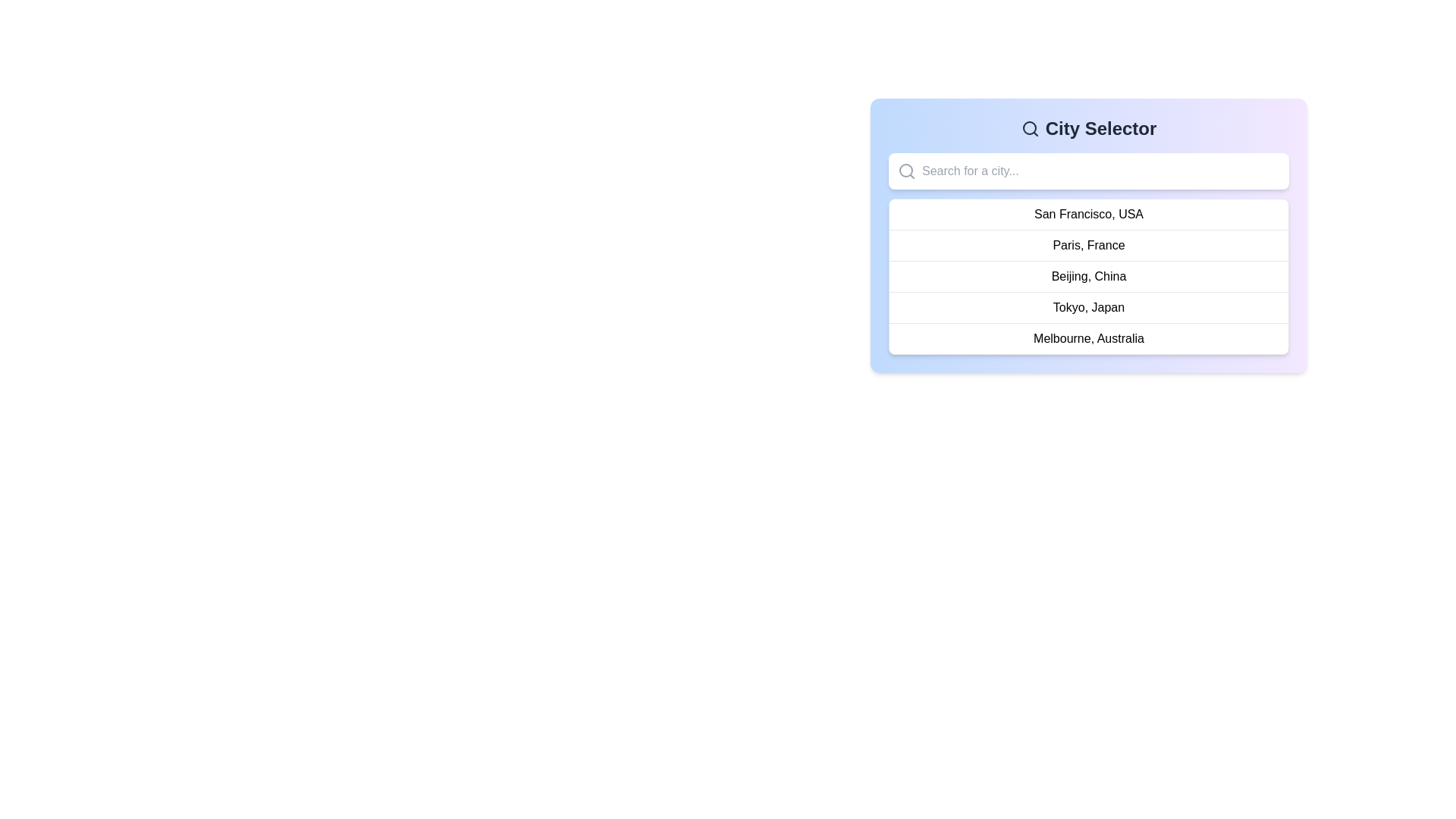 The width and height of the screenshot is (1456, 819). I want to click on the fifth option in the city selection dropdown, so click(1087, 337).